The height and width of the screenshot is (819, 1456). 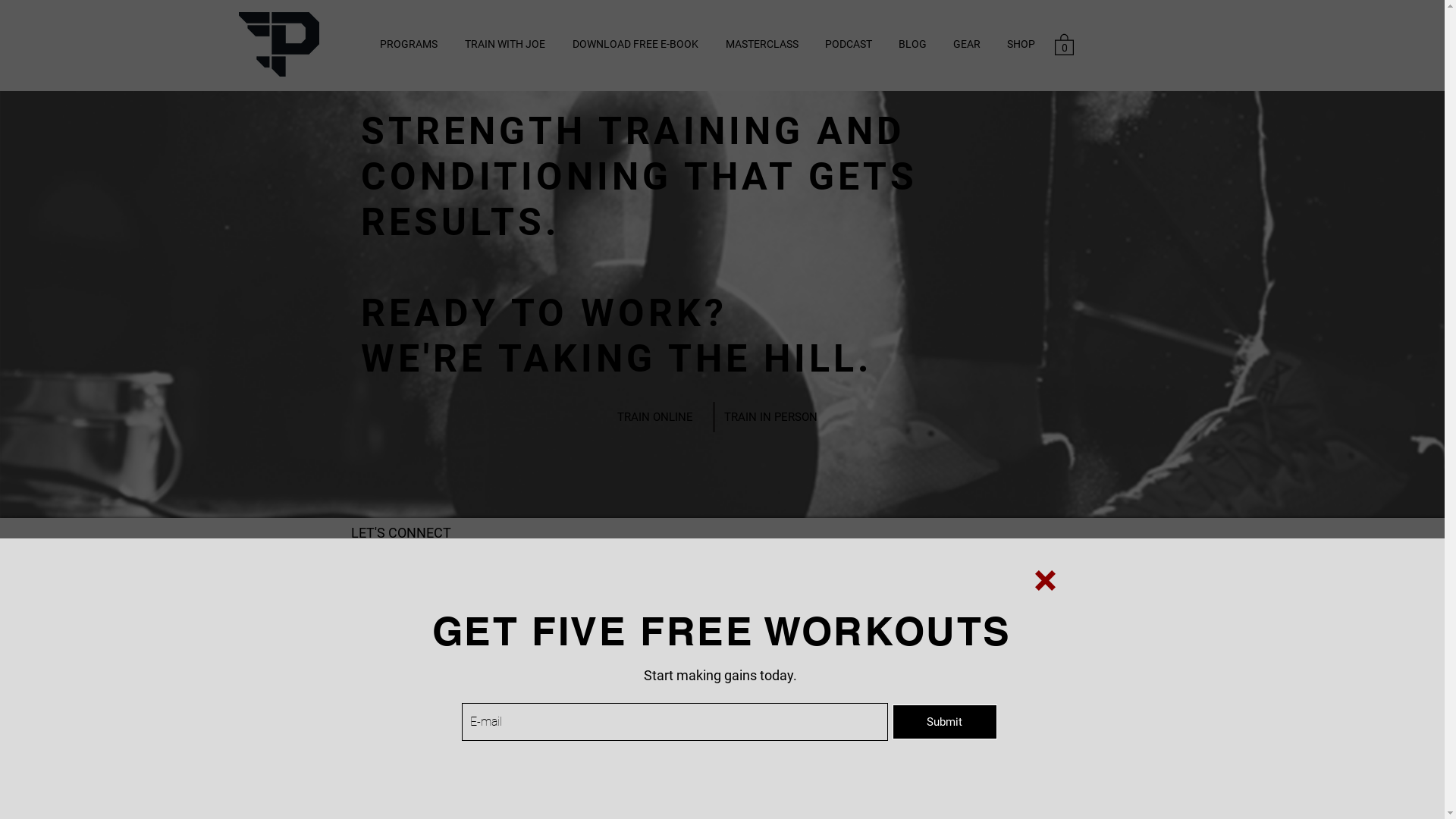 I want to click on 'PODCAST', so click(x=811, y=43).